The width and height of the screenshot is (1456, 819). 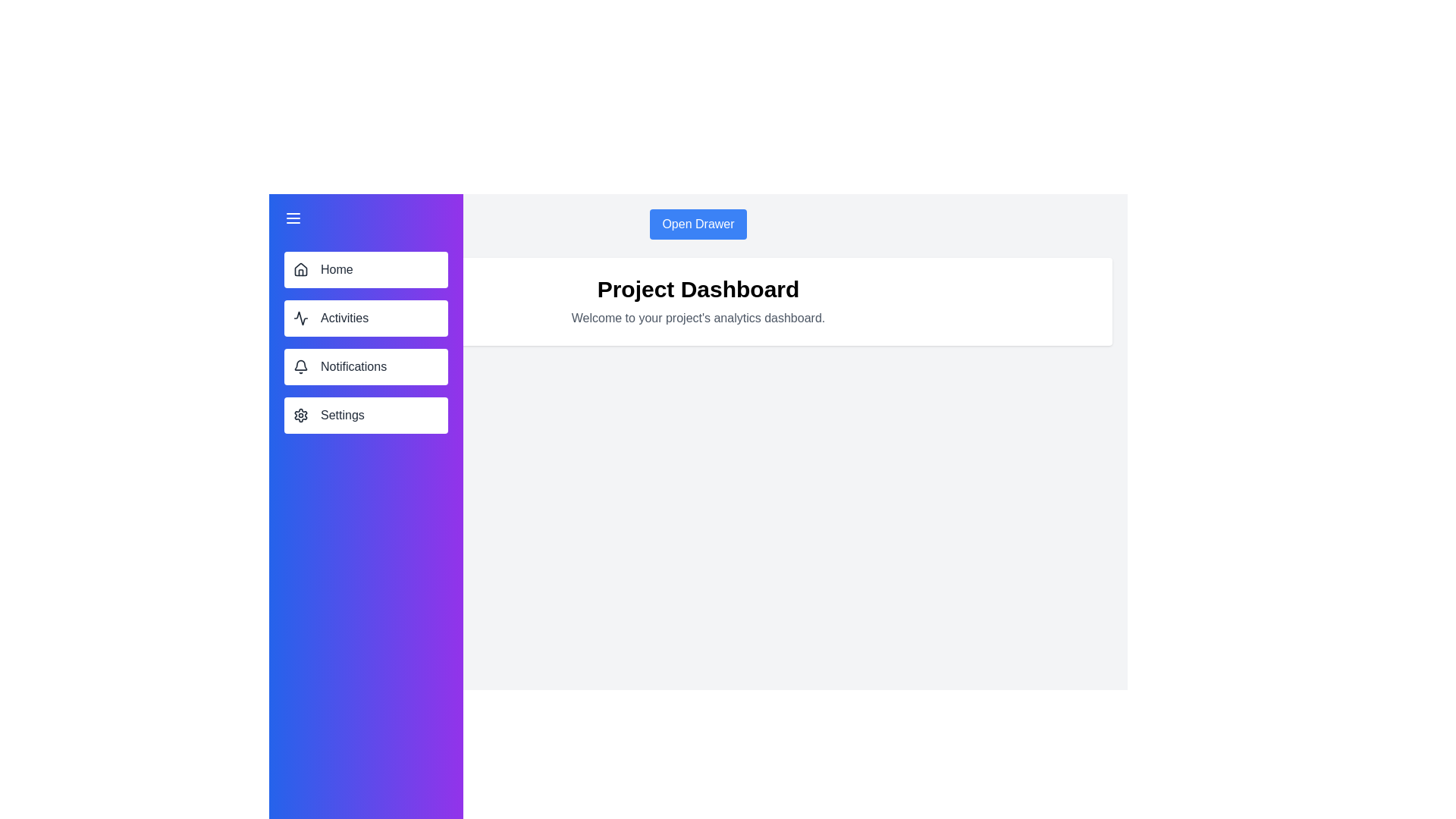 What do you see at coordinates (366, 366) in the screenshot?
I see `the menu item labeled Notifications to navigate to the corresponding section` at bounding box center [366, 366].